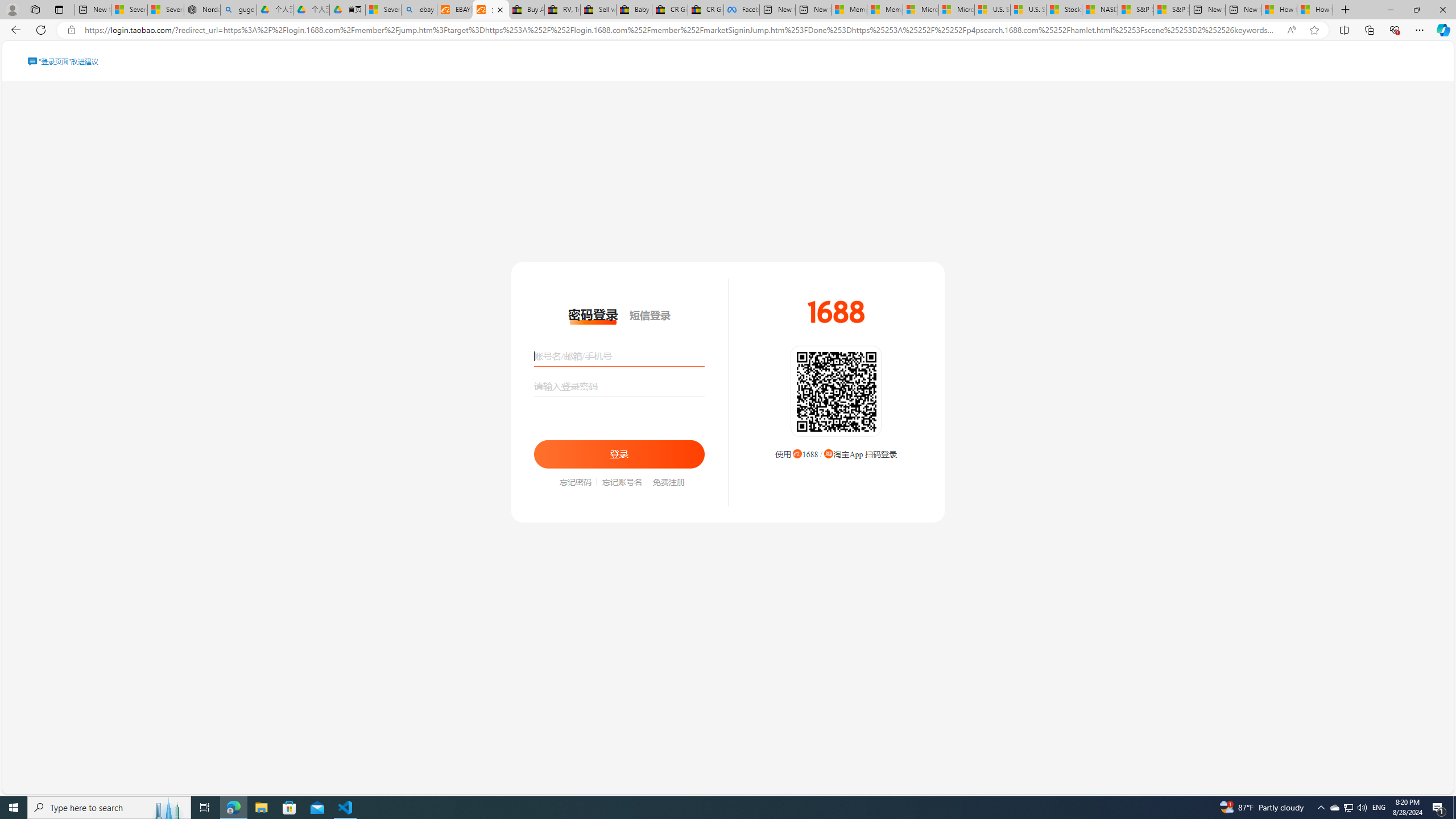  Describe the element at coordinates (11, 9) in the screenshot. I see `'Personal Profile'` at that location.